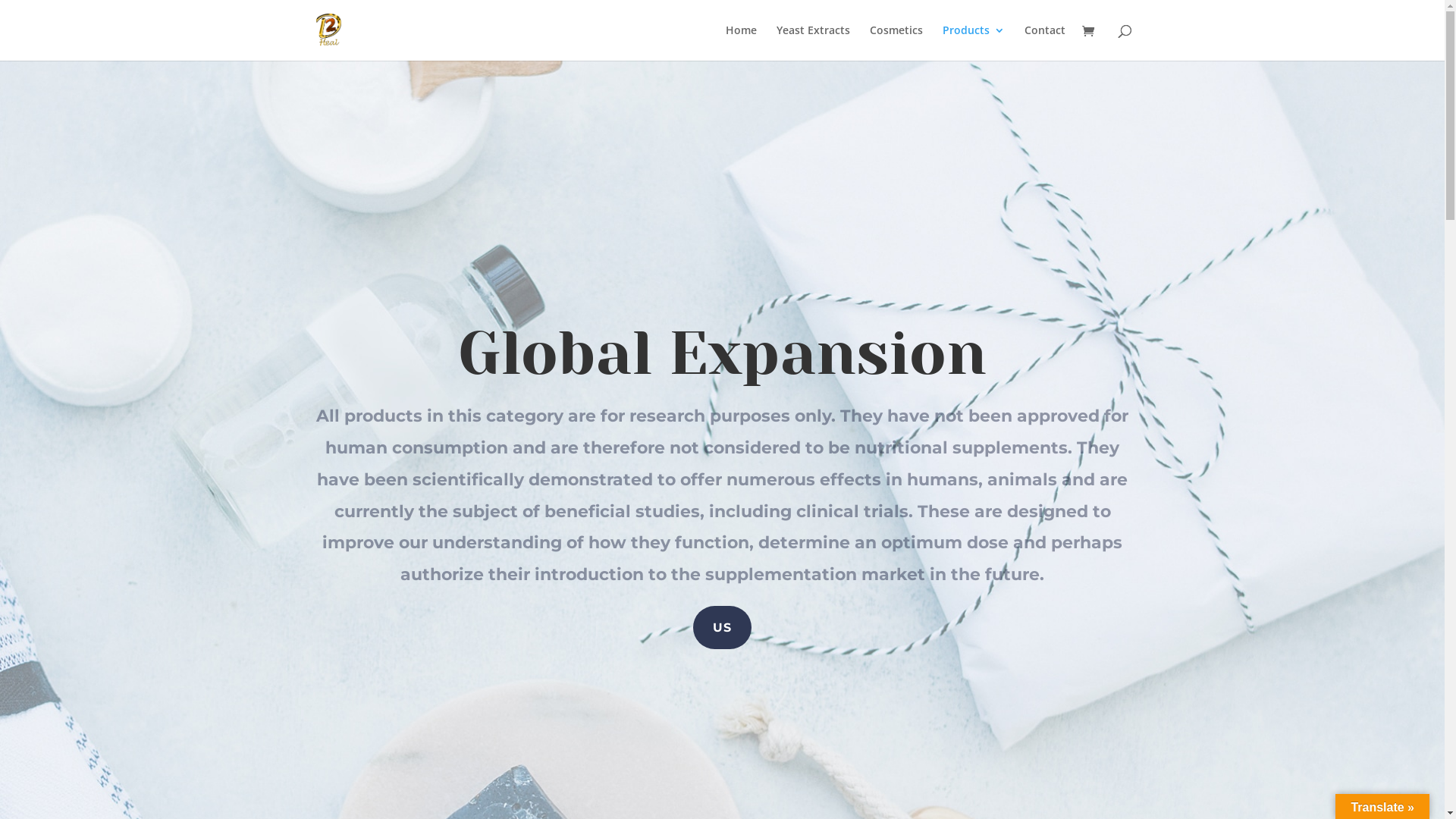  Describe the element at coordinates (812, 42) in the screenshot. I see `'Yeast Extracts'` at that location.